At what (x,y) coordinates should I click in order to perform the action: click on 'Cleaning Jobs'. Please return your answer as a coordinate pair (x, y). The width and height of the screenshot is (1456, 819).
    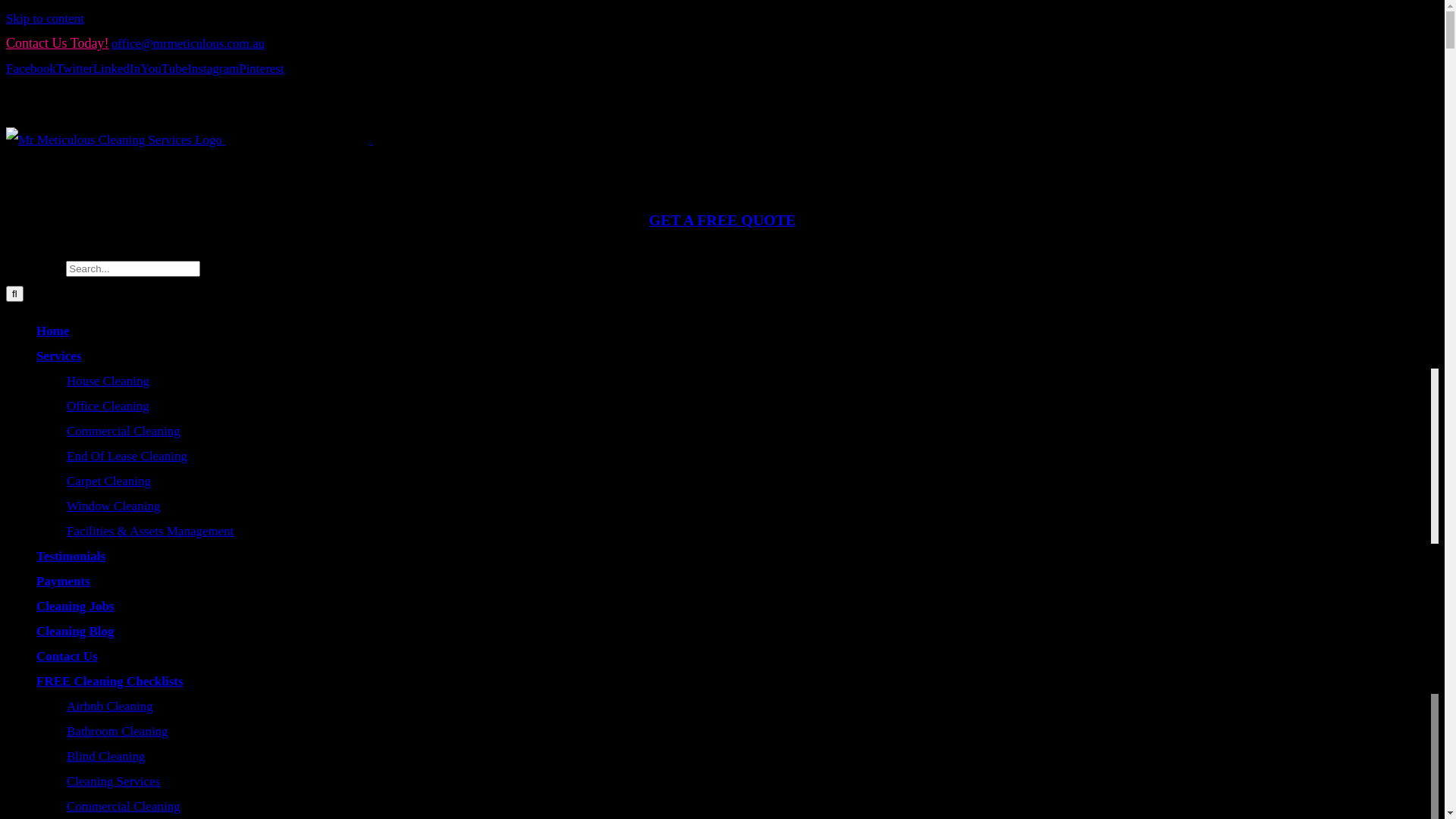
    Looking at the image, I should click on (74, 605).